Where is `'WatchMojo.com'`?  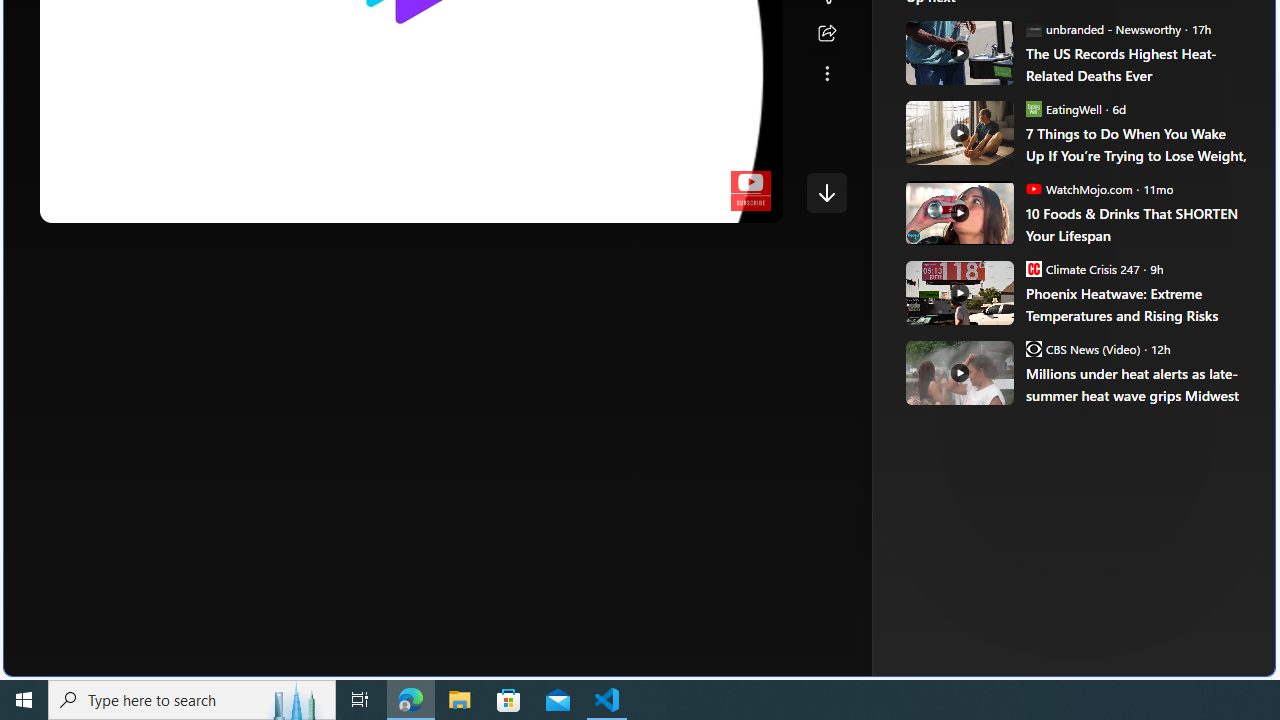 'WatchMojo.com' is located at coordinates (1033, 188).